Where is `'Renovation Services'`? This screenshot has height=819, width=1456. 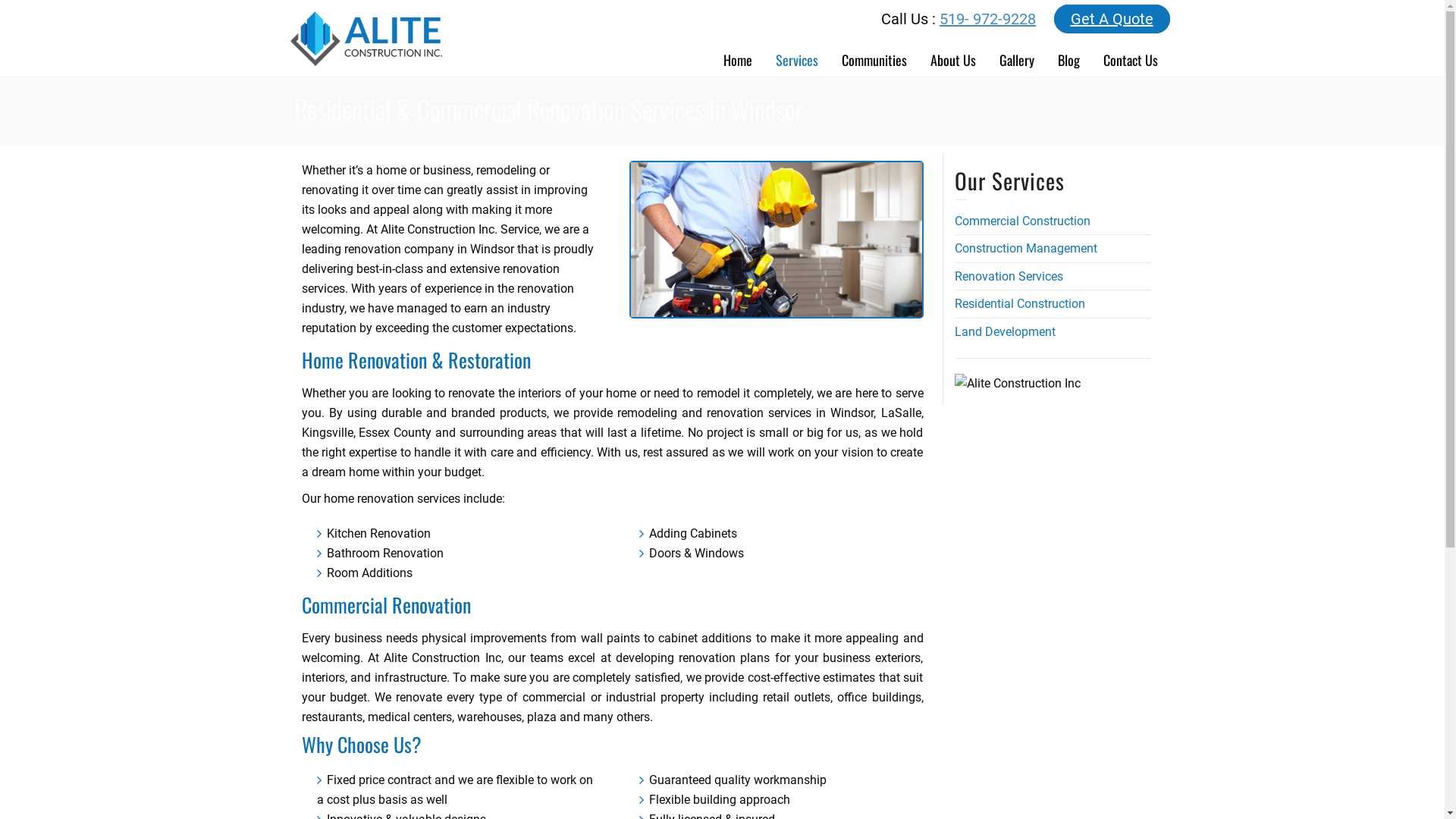
'Renovation Services' is located at coordinates (1008, 276).